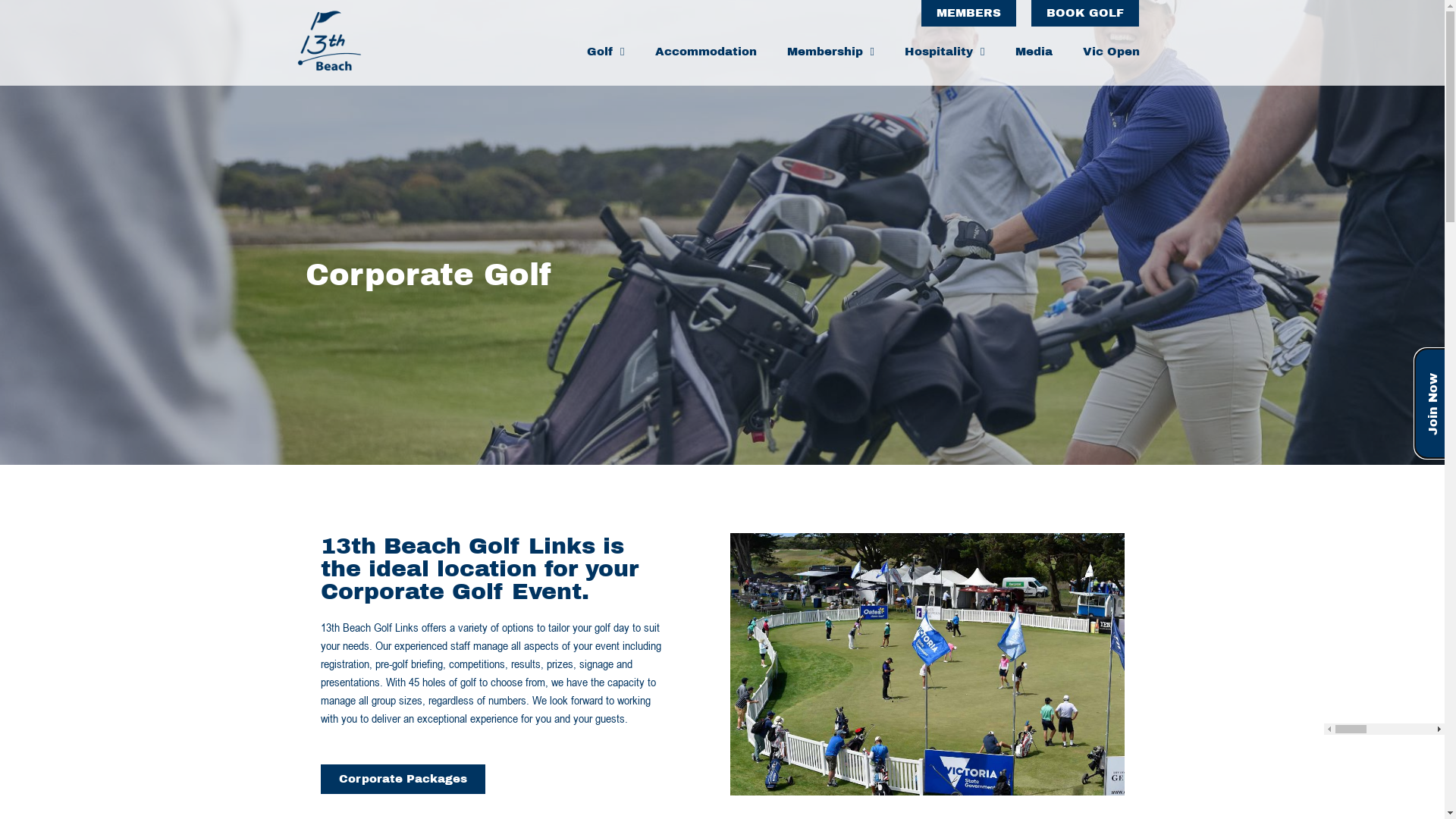 The width and height of the screenshot is (1456, 819). Describe the element at coordinates (943, 51) in the screenshot. I see `'Hospitality'` at that location.